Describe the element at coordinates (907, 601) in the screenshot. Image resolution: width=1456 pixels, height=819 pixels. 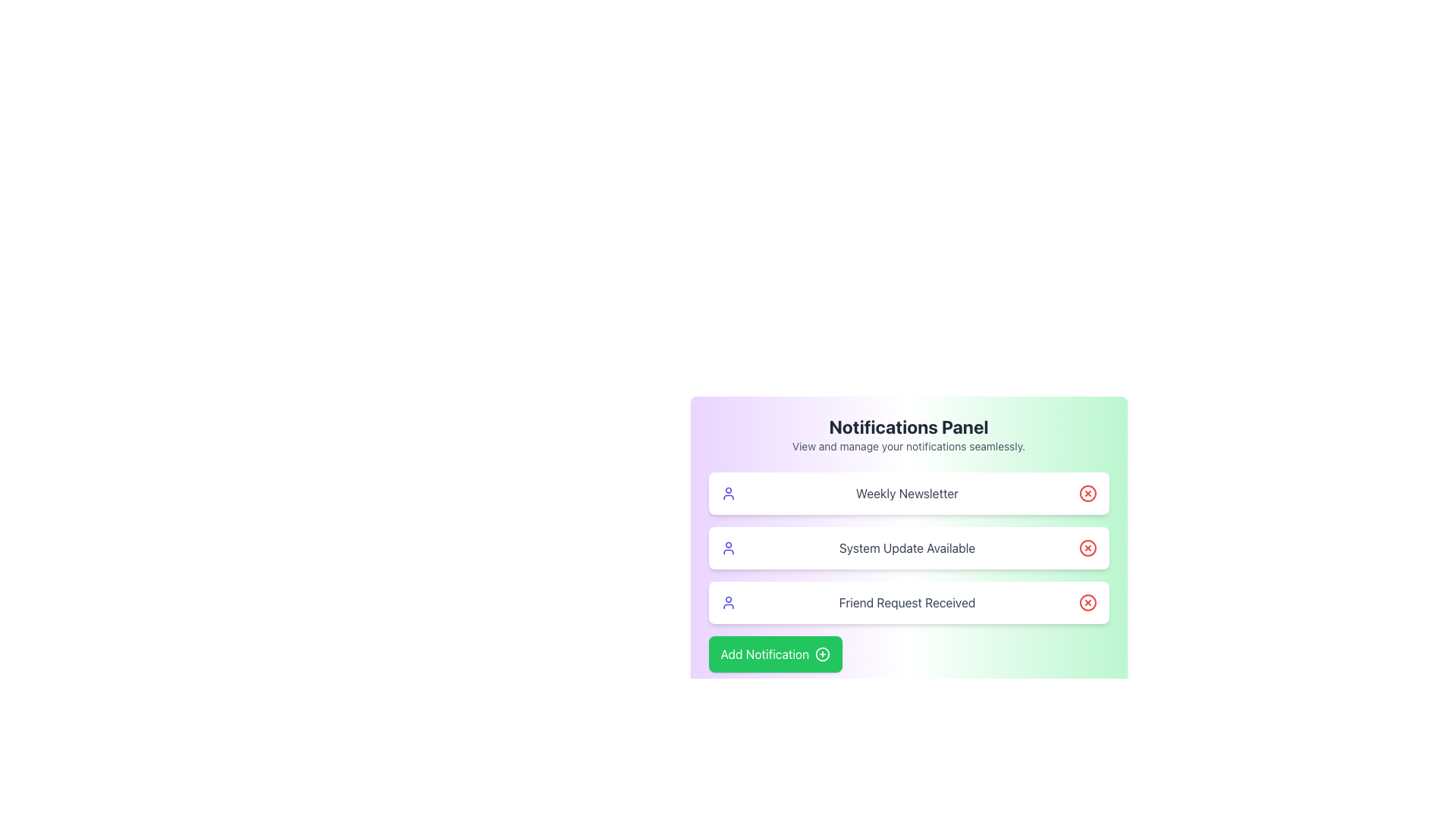
I see `the text label that provides a concise description of the notification in the third notification item of the notification panel, situated below 'System Update Available' and above the 'Add Notification' button` at that location.